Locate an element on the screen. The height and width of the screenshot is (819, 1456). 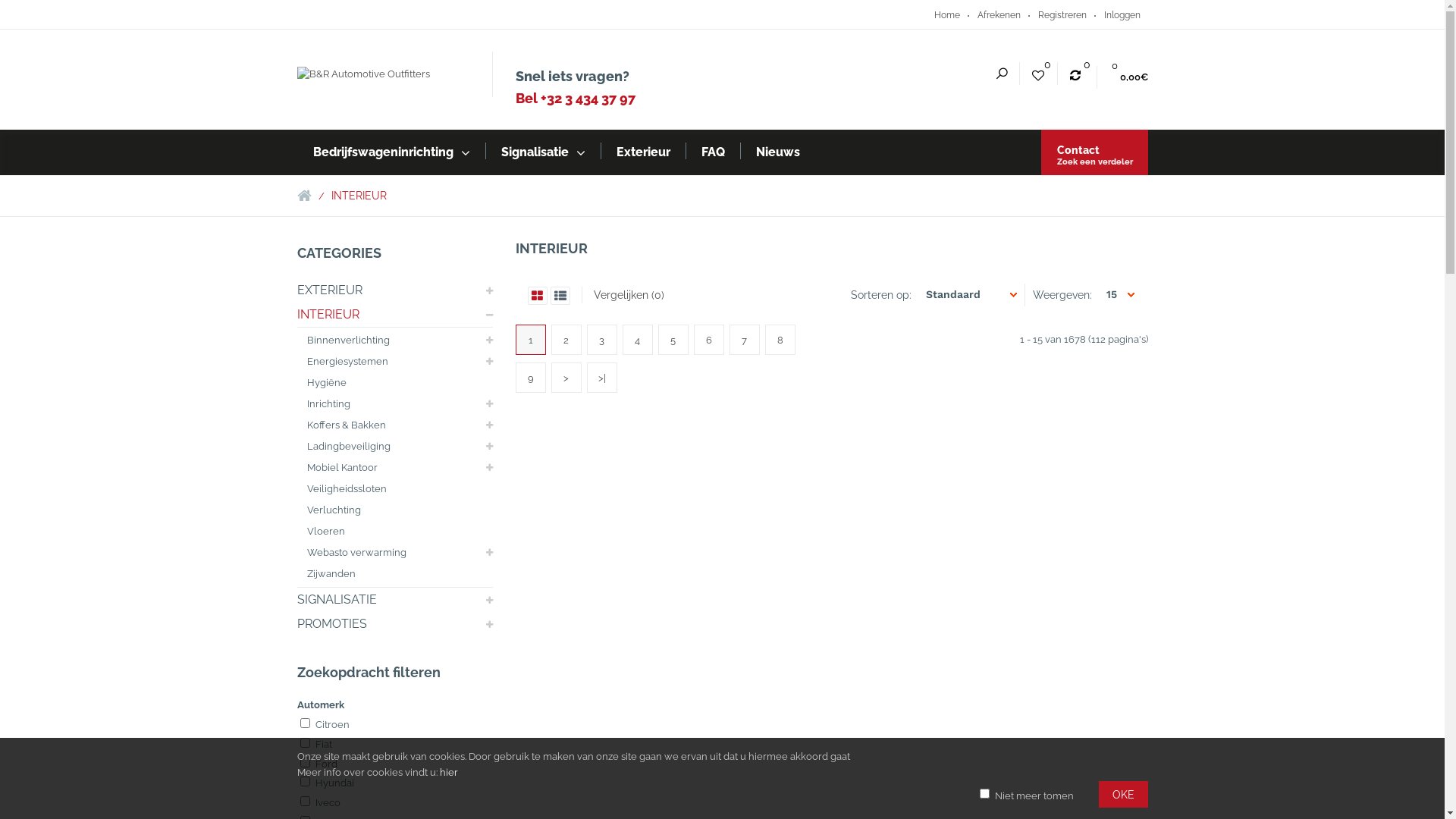
'Verluchting' is located at coordinates (305, 510).